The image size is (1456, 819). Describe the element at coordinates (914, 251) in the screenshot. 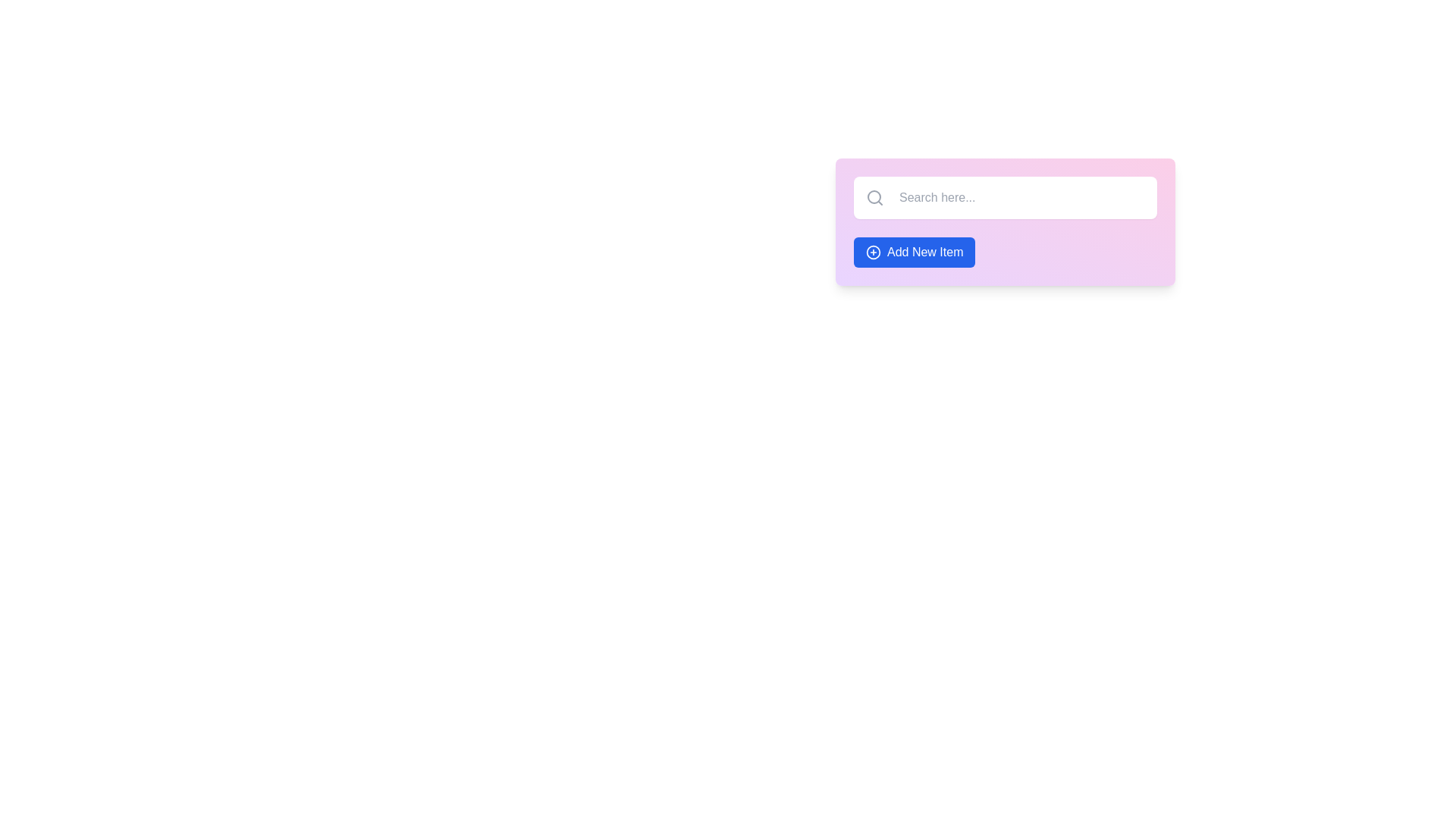

I see `the 'Add New Item' button` at that location.